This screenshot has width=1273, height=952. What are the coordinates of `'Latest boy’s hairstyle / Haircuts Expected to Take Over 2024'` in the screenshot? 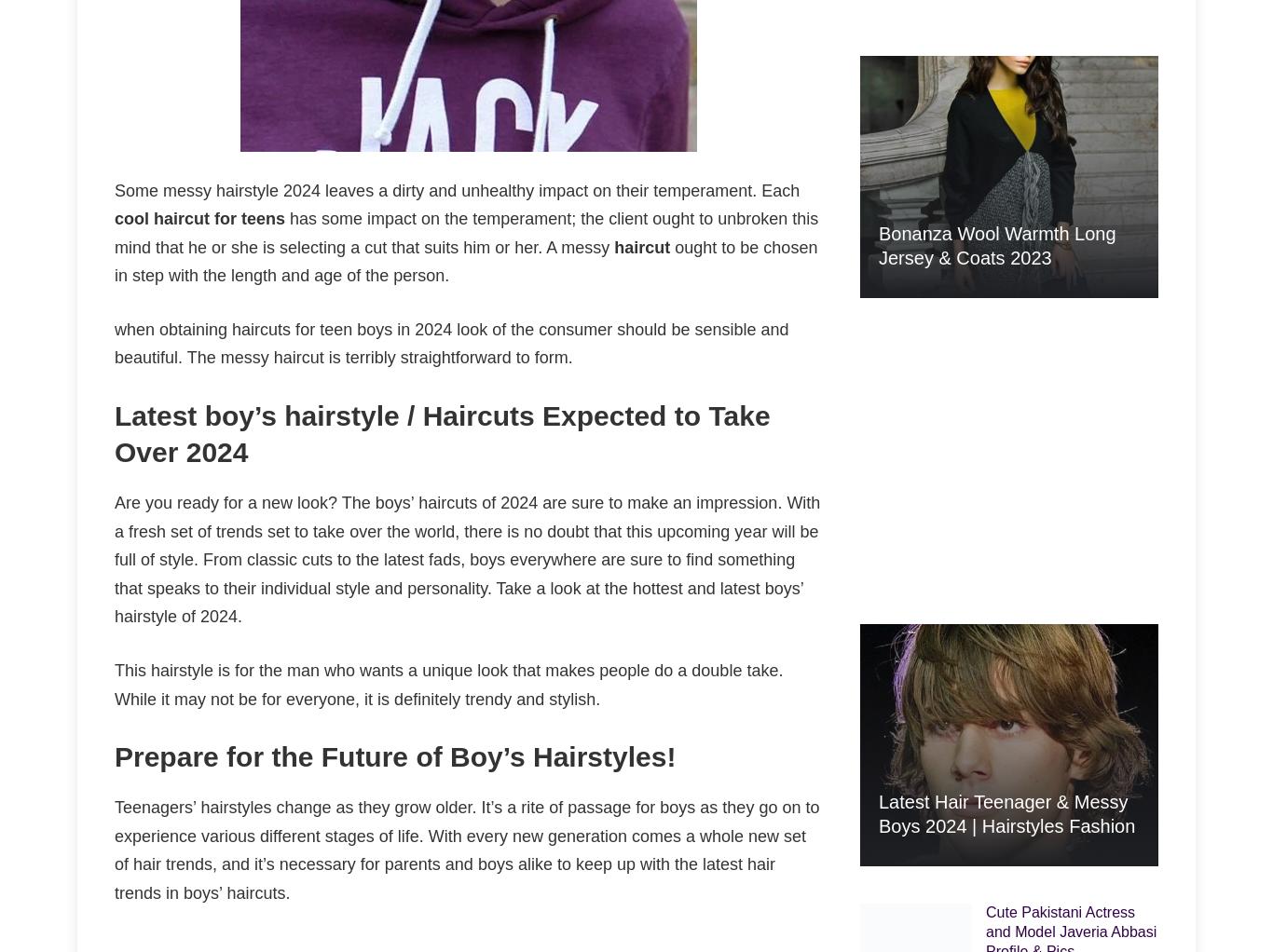 It's located at (442, 433).